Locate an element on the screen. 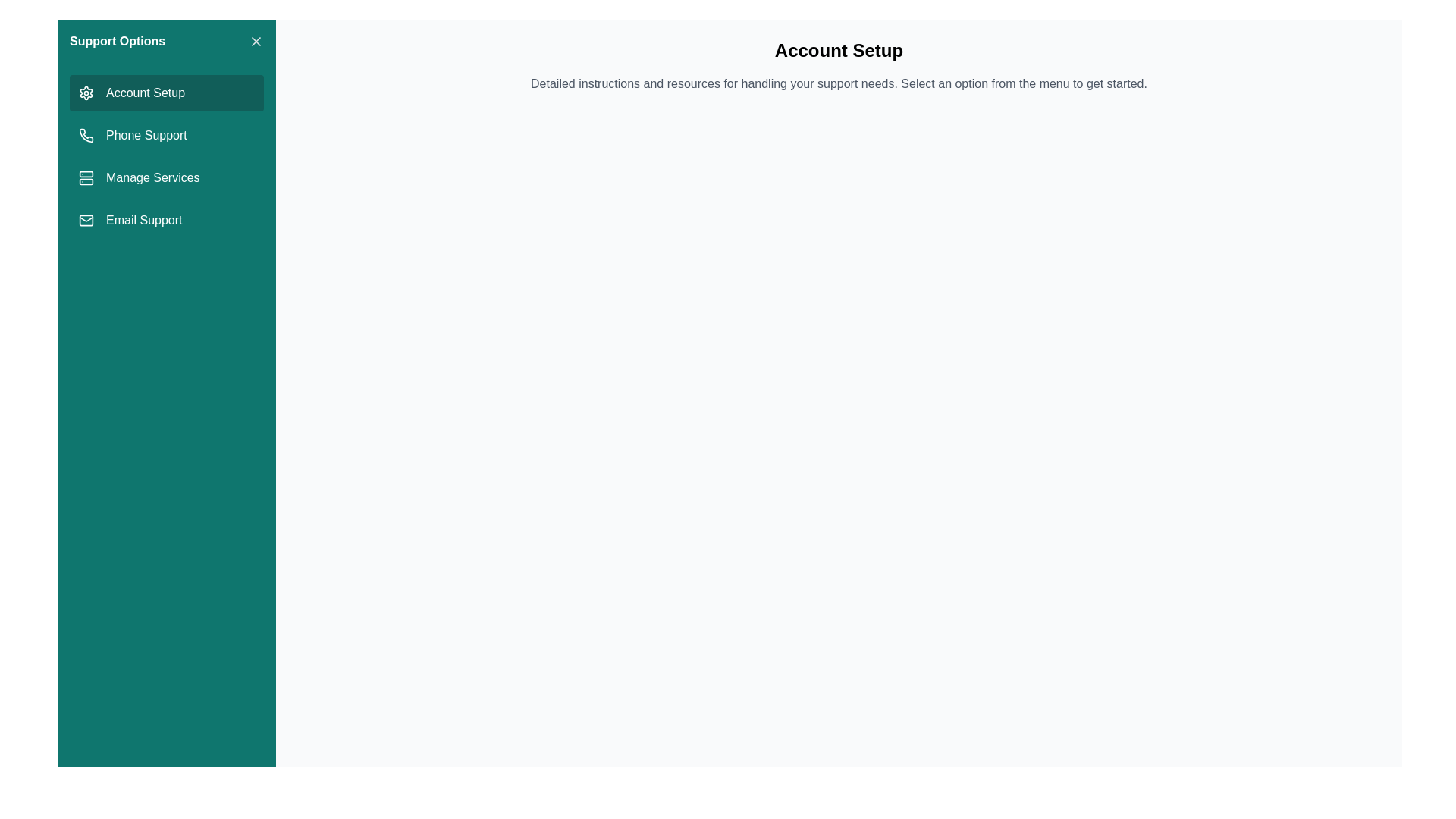  the Text Block that provides guidance or introductory information, located slightly below the 'Account Setup' header and horizontally centered in the interface is located at coordinates (838, 84).